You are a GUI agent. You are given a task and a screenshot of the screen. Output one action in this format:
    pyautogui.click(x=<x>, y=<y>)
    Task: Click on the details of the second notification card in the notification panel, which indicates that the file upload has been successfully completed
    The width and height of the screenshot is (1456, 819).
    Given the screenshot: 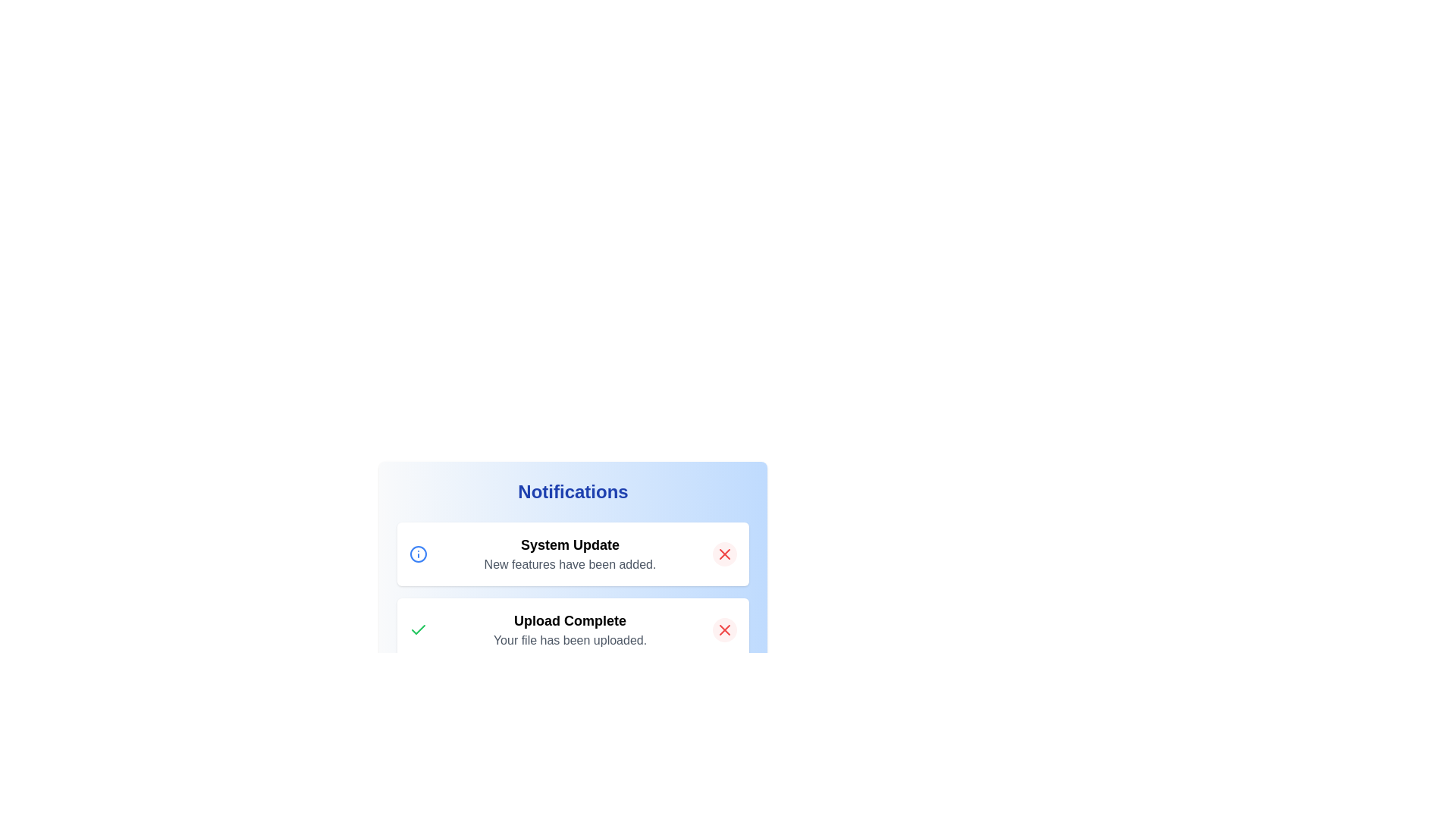 What is the action you would take?
    pyautogui.click(x=572, y=607)
    